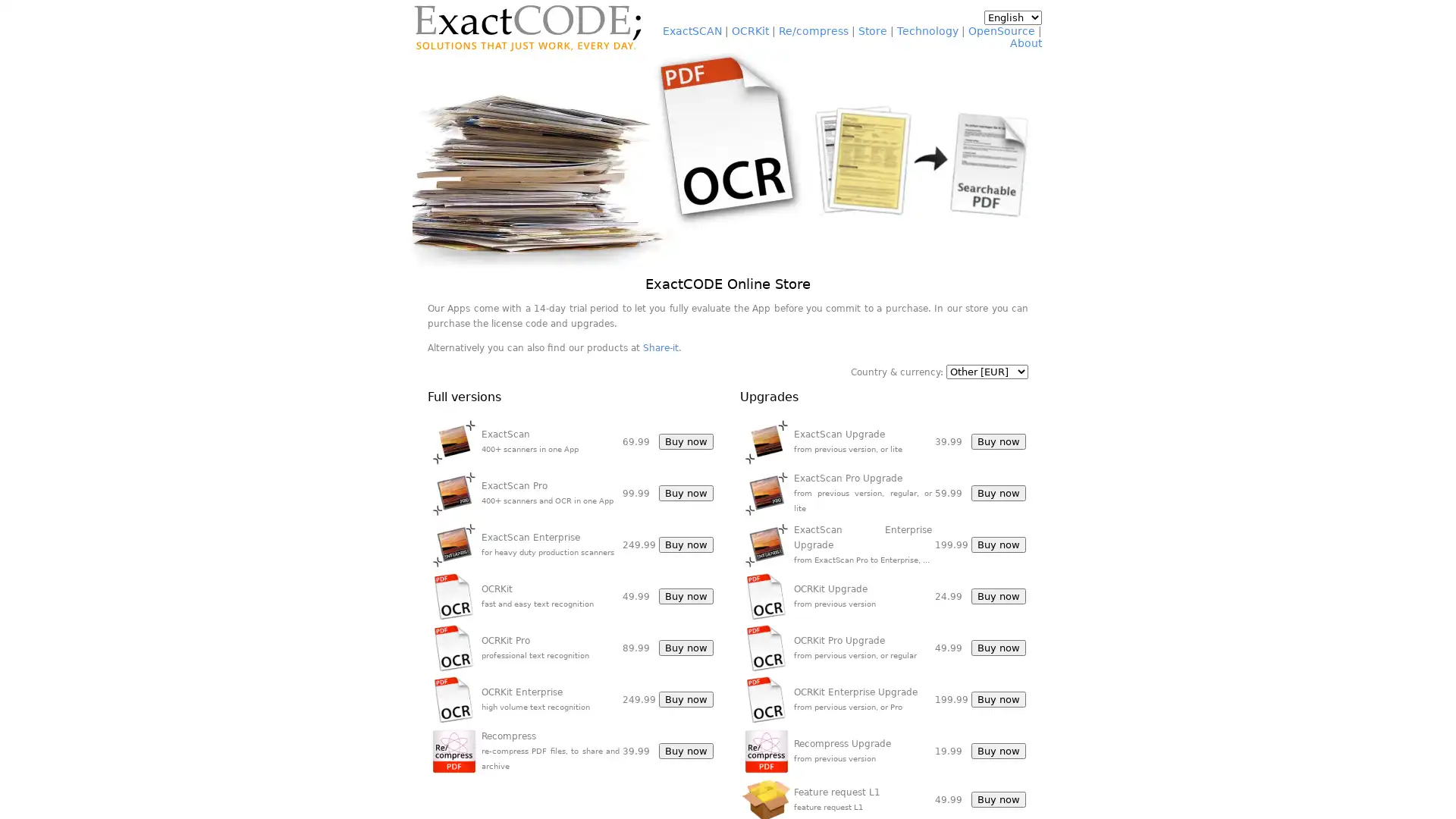  I want to click on Buy now, so click(686, 441).